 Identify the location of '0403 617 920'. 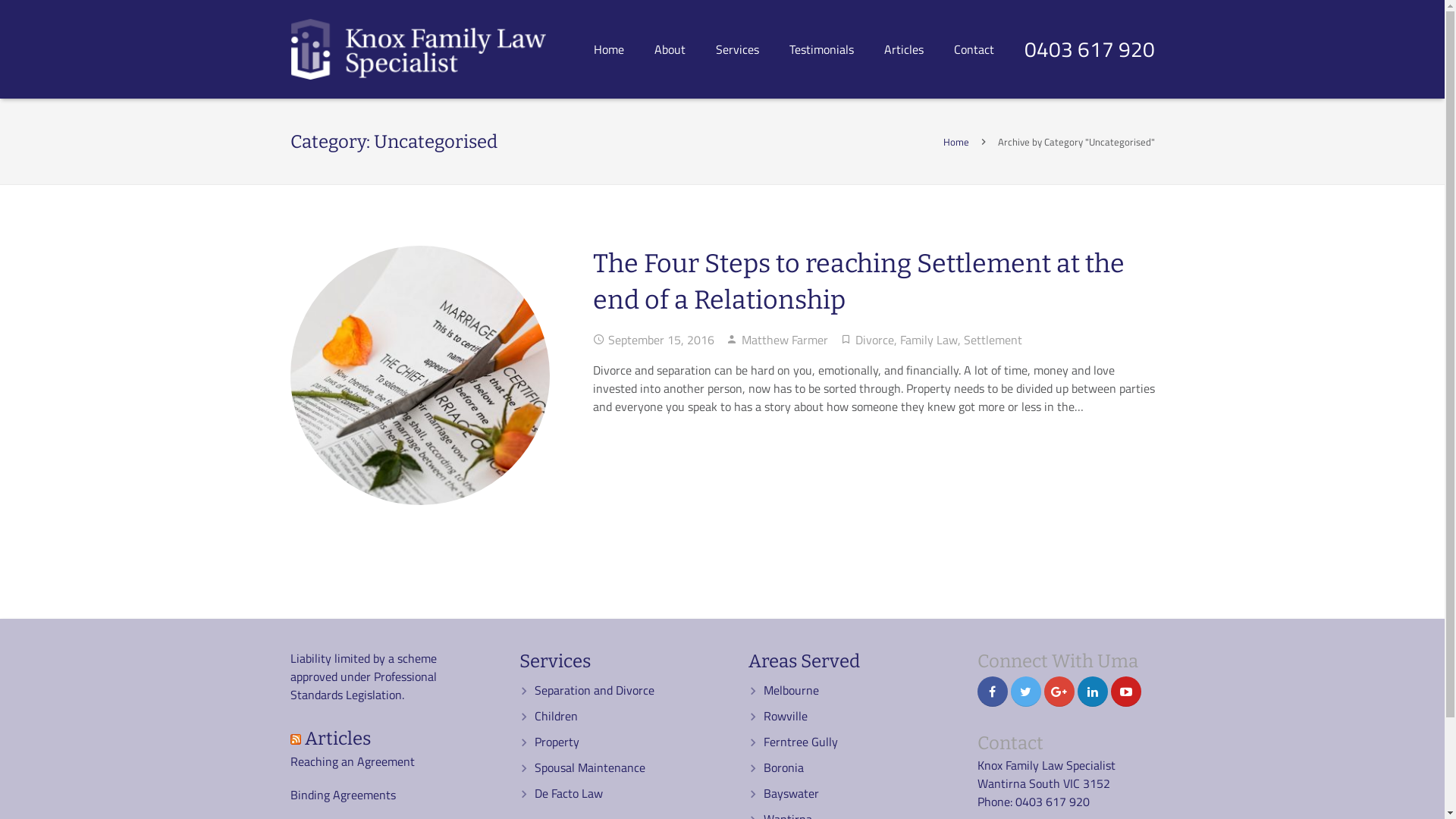
(1088, 48).